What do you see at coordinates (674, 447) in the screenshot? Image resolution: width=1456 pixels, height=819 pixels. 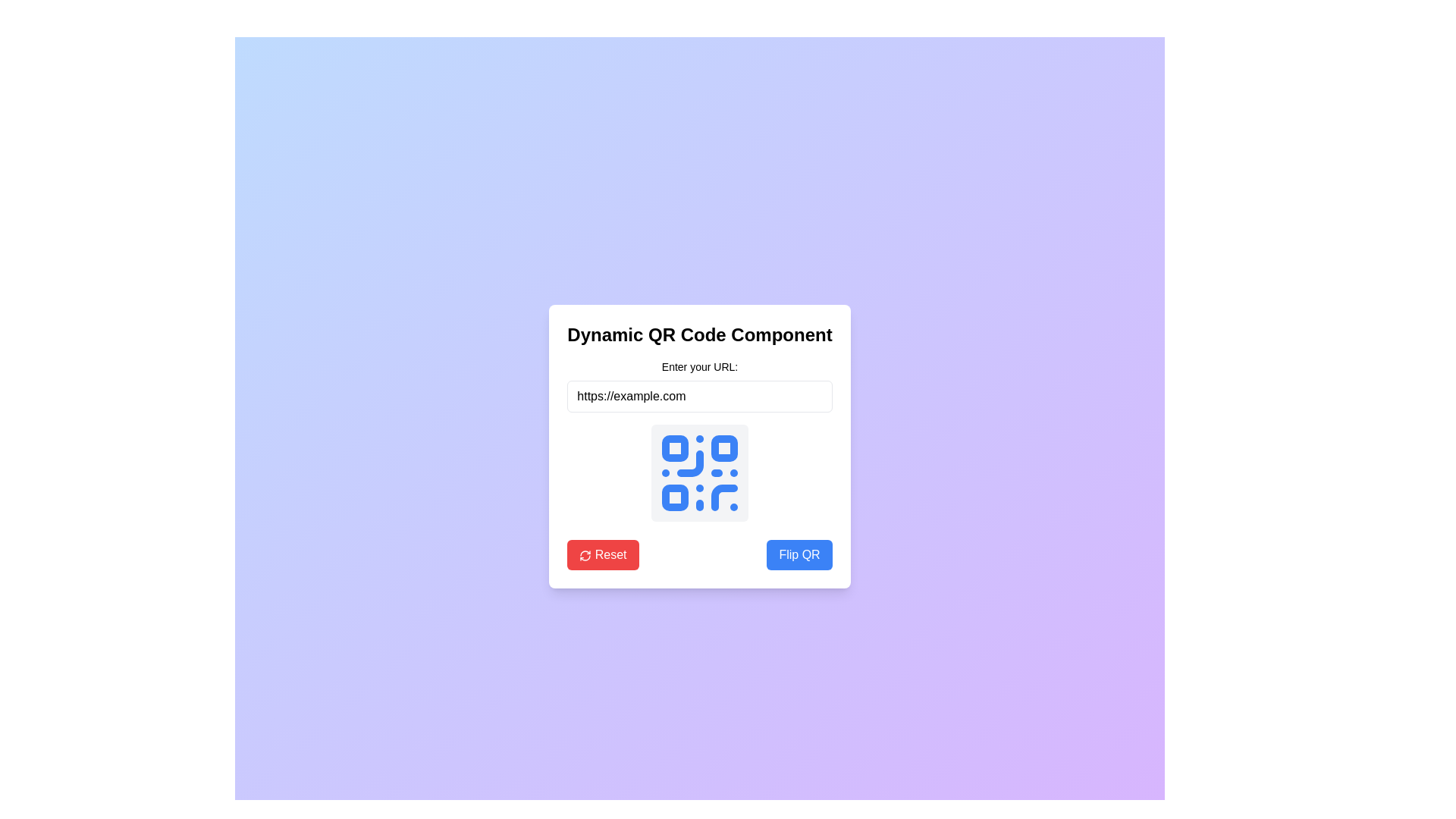 I see `the small square component with rounded corners, blue outline` at bounding box center [674, 447].